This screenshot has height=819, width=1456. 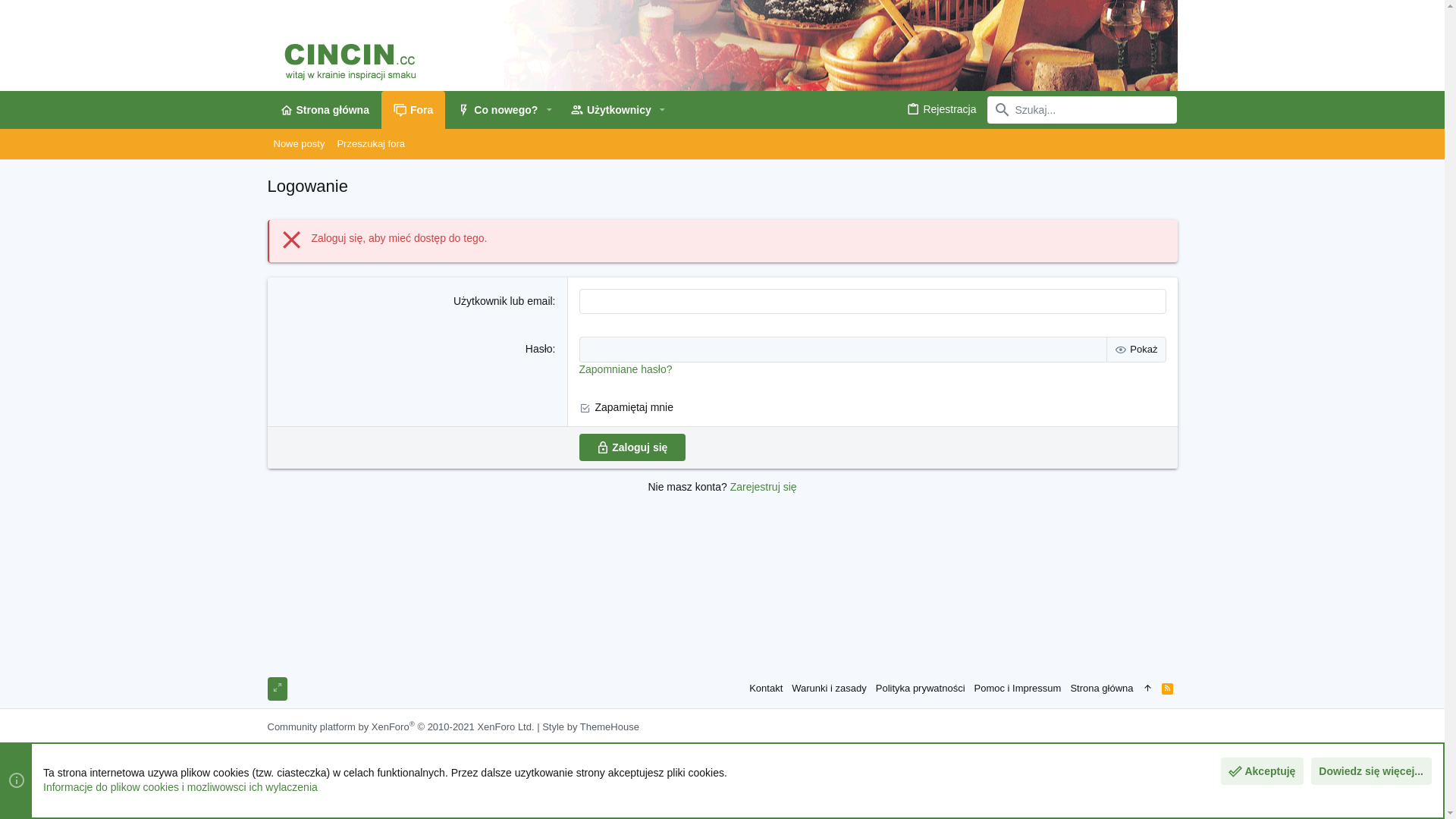 I want to click on 'Informacje do plikow cookies i mozliwowsci ich wylaczenia', so click(x=43, y=786).